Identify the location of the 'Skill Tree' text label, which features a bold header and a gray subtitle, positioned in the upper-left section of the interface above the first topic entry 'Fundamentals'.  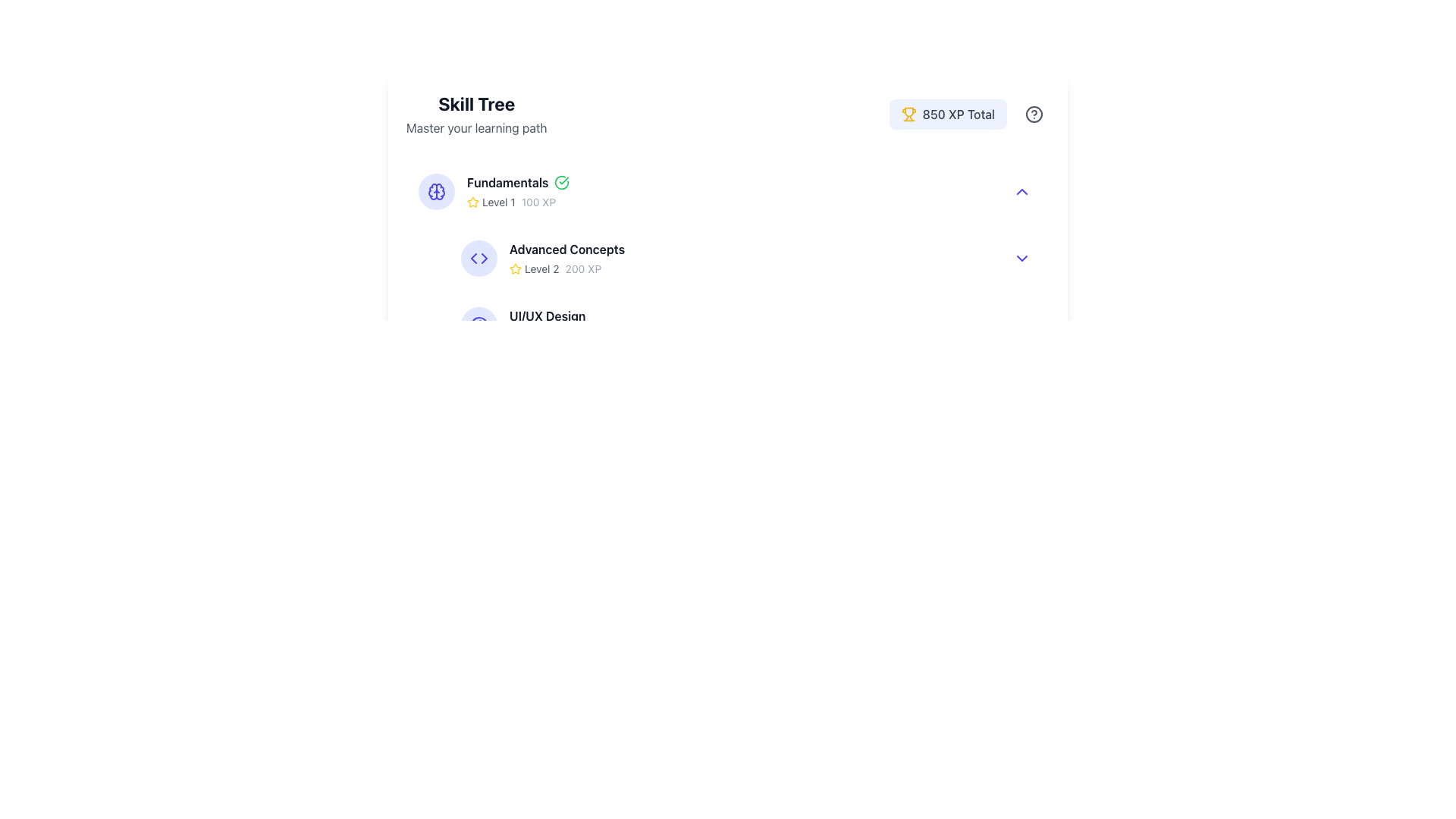
(475, 113).